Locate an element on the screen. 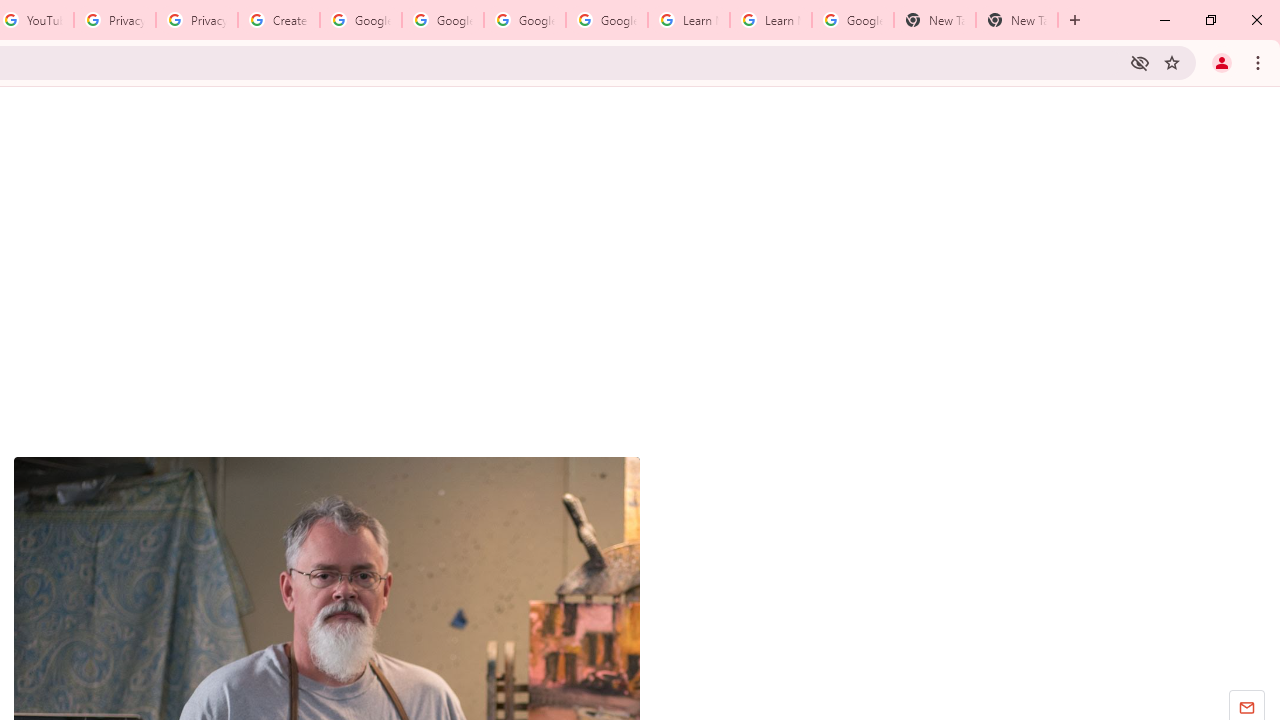 The height and width of the screenshot is (720, 1280). 'Create your Google Account' is located at coordinates (278, 20).